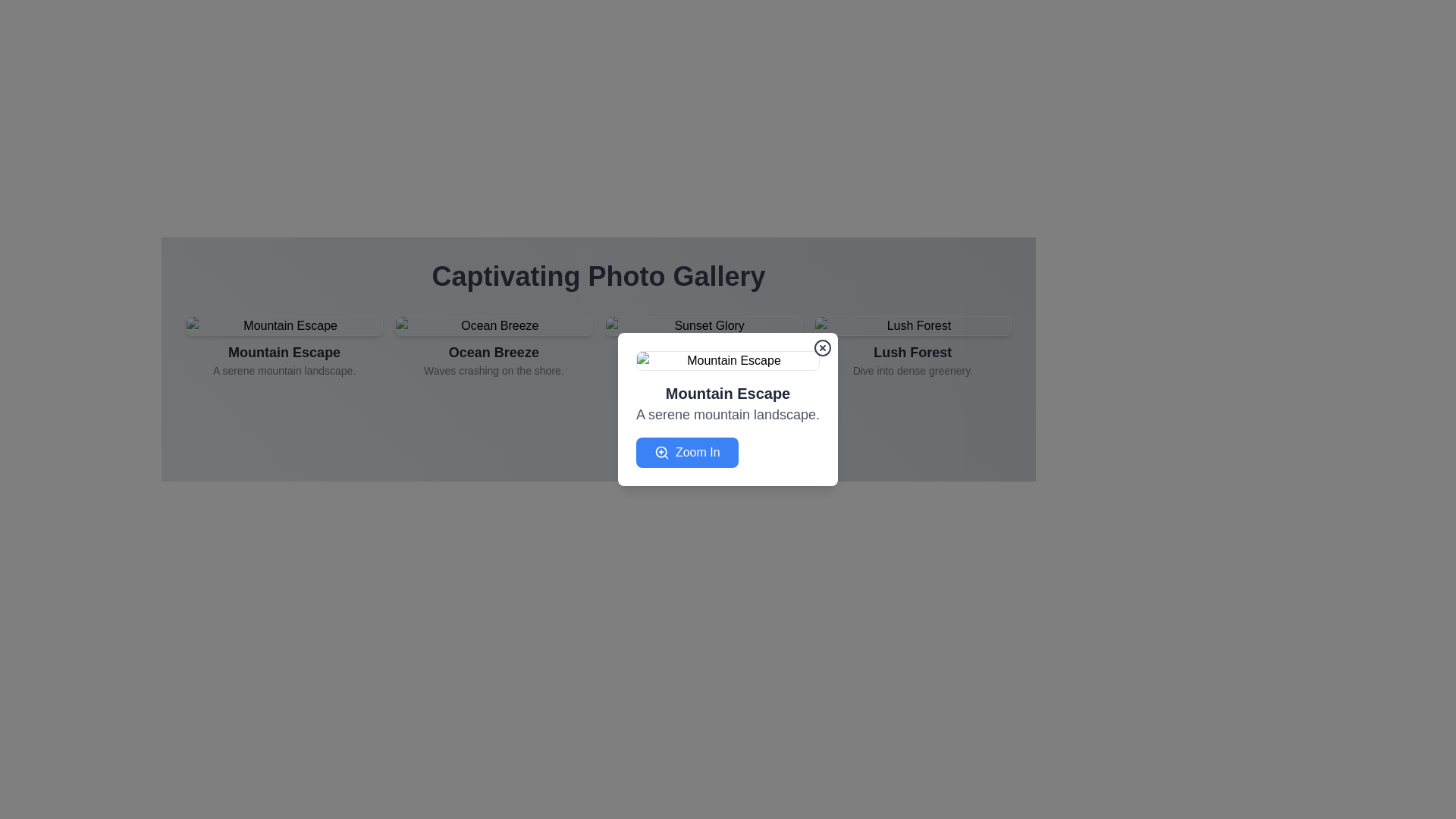  Describe the element at coordinates (661, 452) in the screenshot. I see `the zoom-in icon resembling a magnifying glass with a '+' sign inside it, which is located` at that location.